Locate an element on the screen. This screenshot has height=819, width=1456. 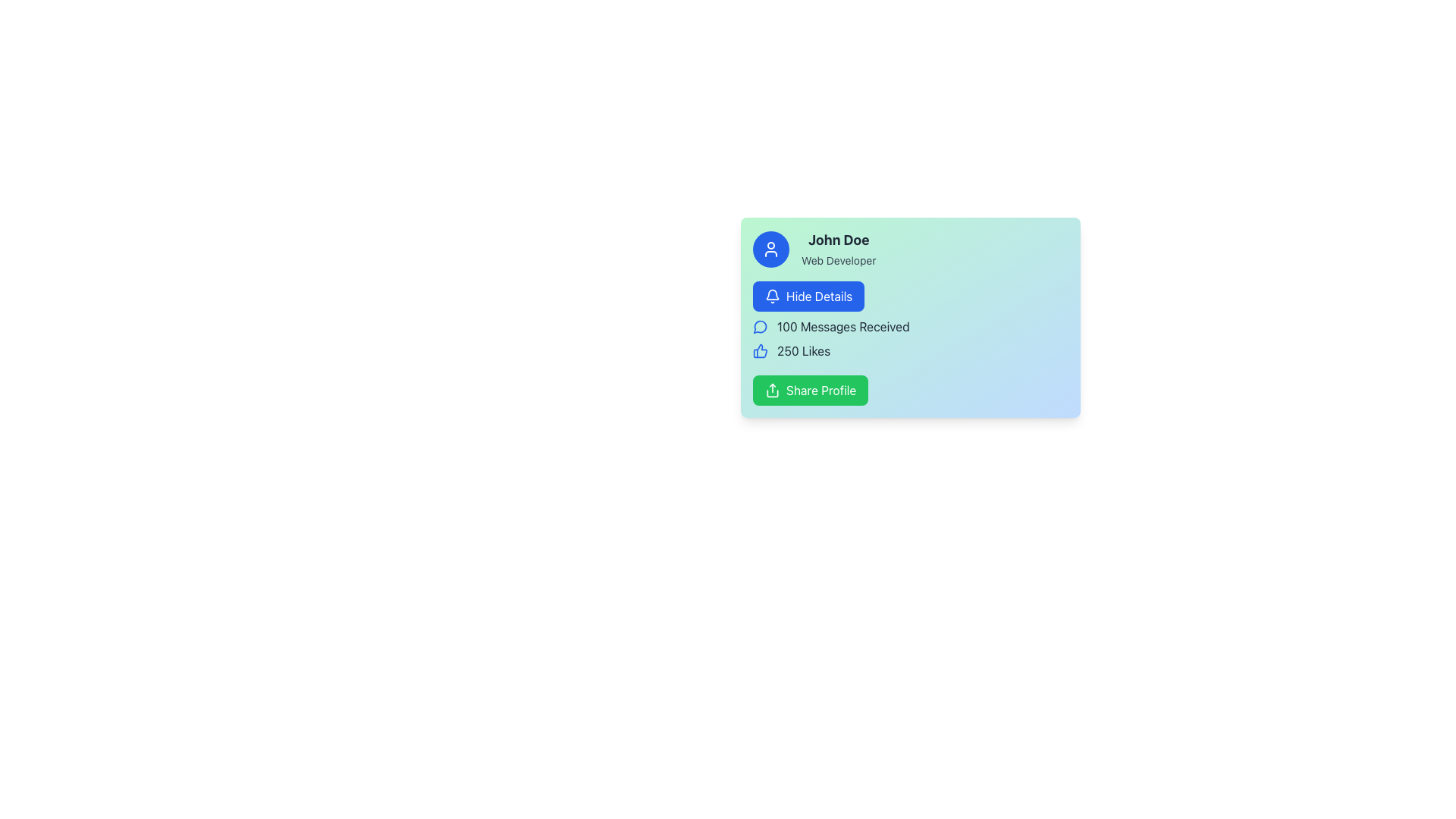
the blue thumbs-up icon located below the vertical stem-like shape, adjacent to the text '250 Likes' is located at coordinates (761, 350).